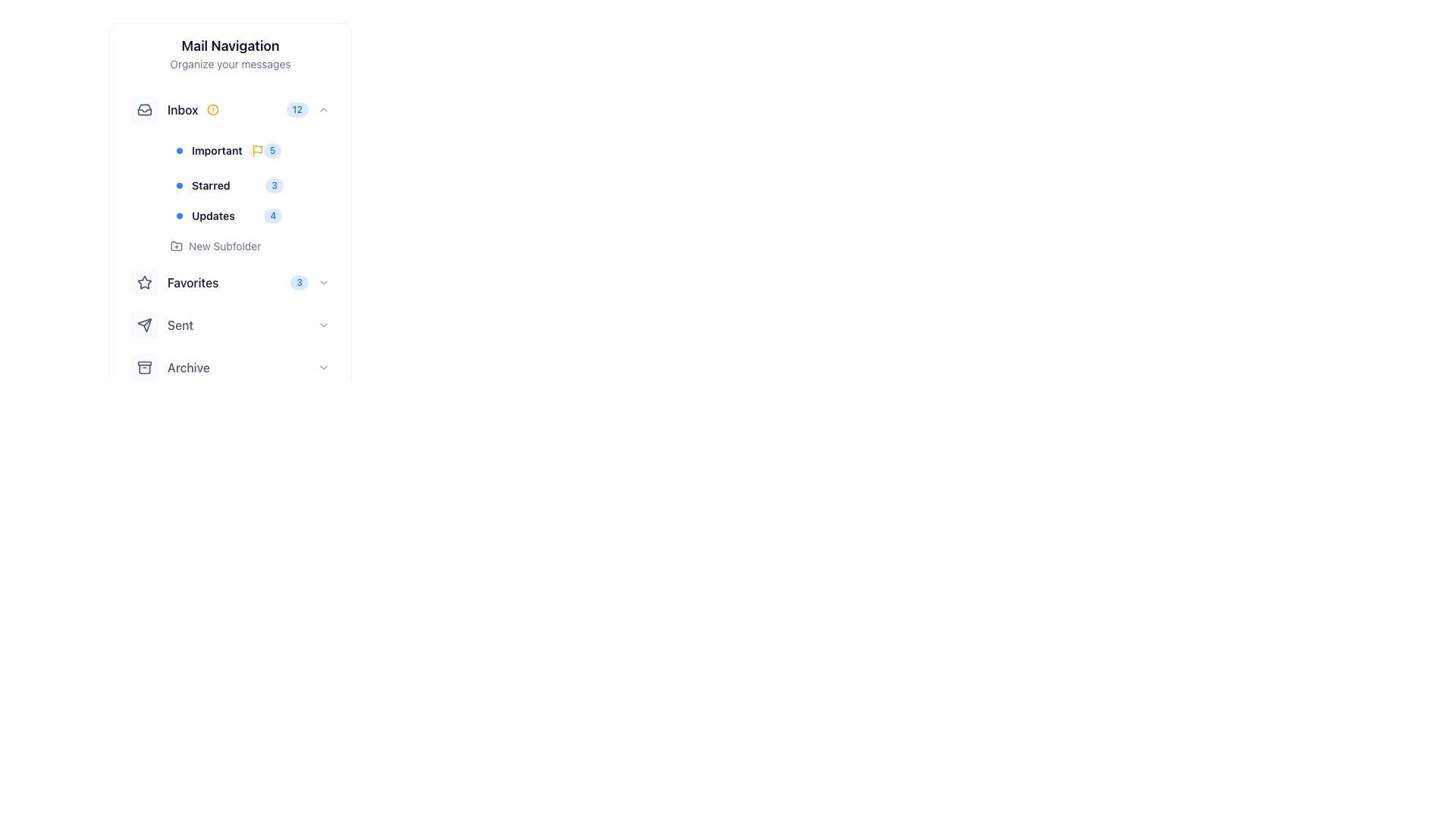  What do you see at coordinates (145, 282) in the screenshot?
I see `the star-shaped icon with a gray outline and hollow center located in the left navigation menu under the 'Favorites' section to change its color to blue` at bounding box center [145, 282].